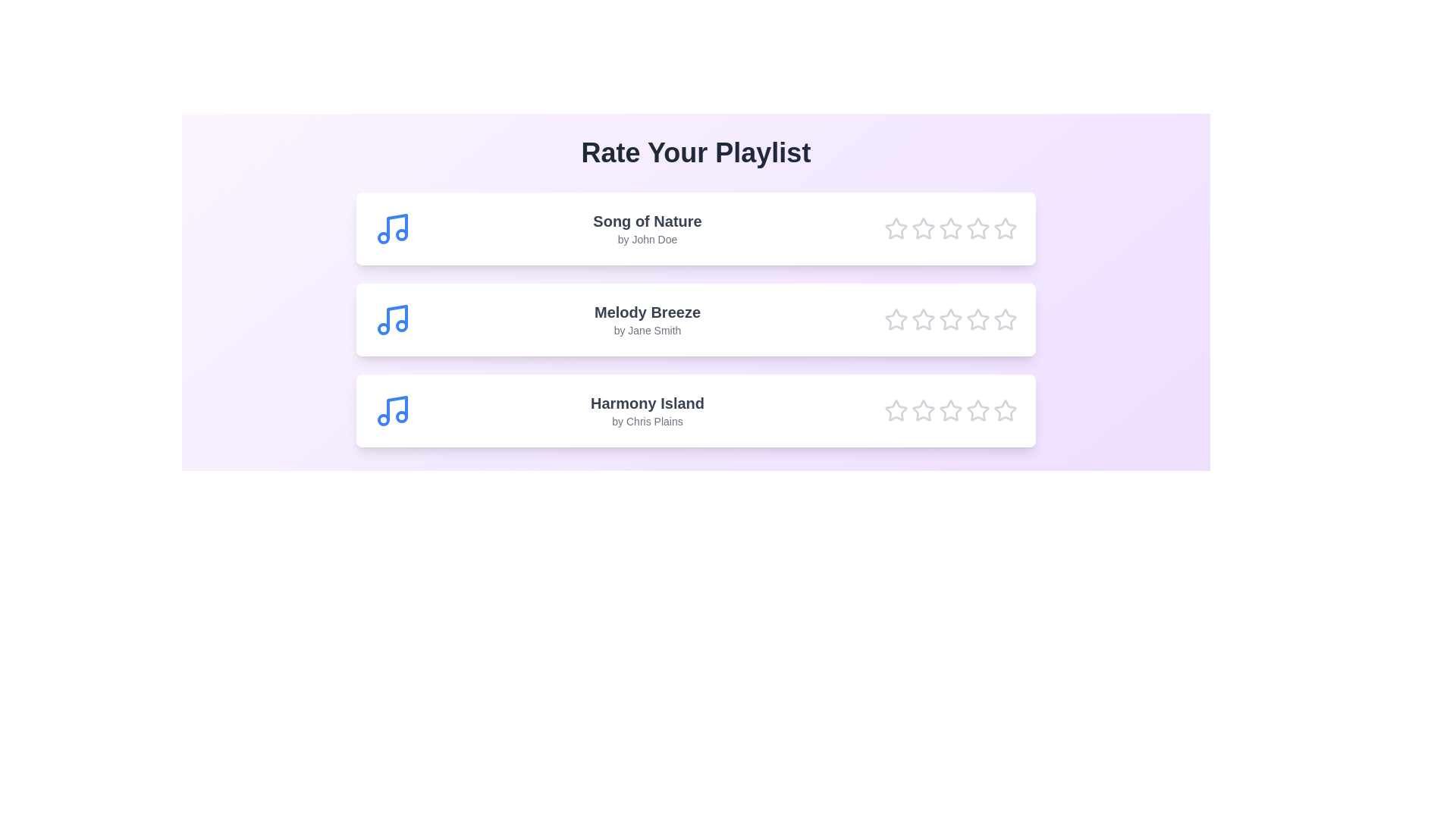 The height and width of the screenshot is (819, 1456). Describe the element at coordinates (1005, 411) in the screenshot. I see `the star corresponding to 5 for the song Harmony Island` at that location.